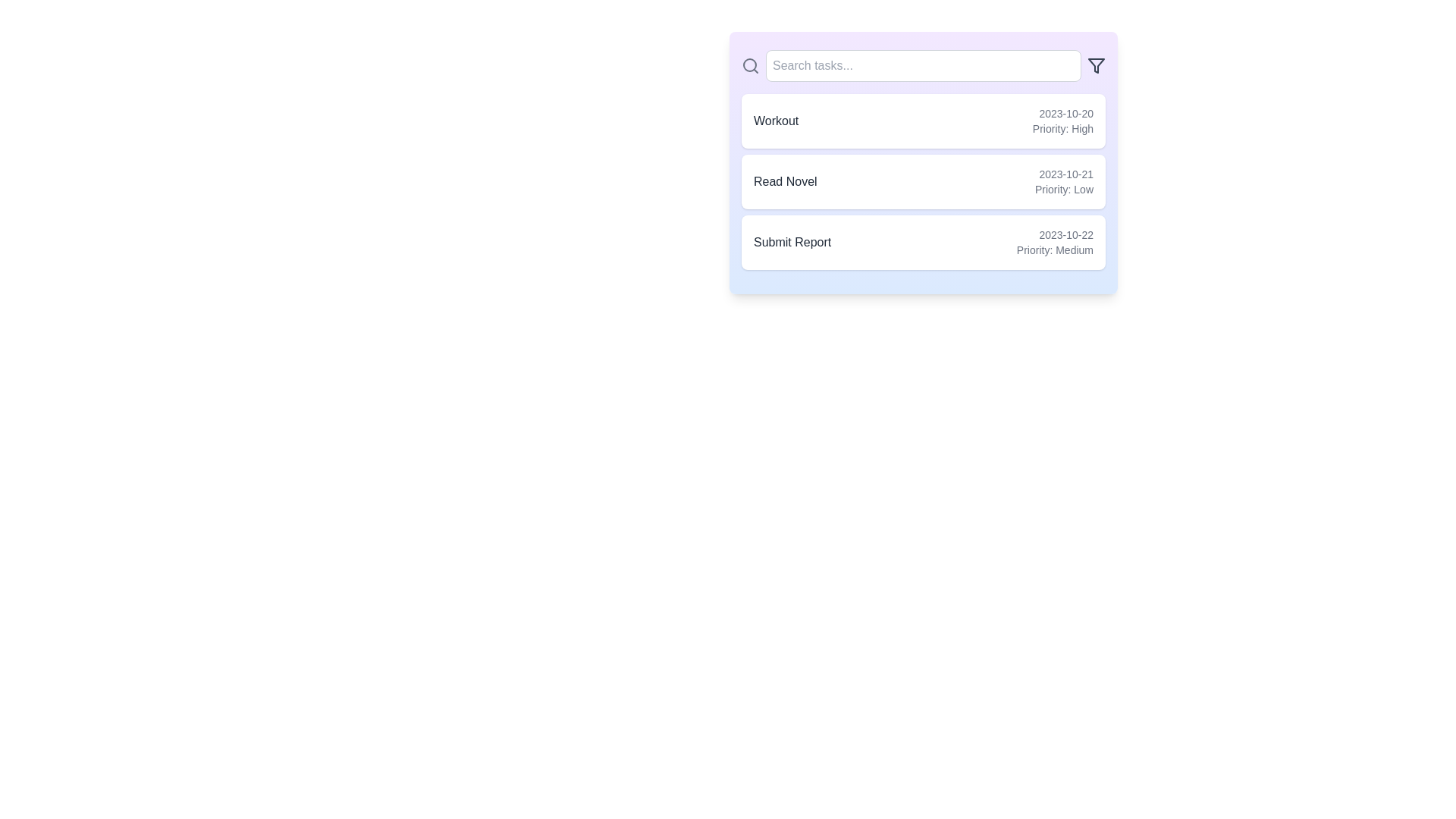 Image resolution: width=1456 pixels, height=819 pixels. Describe the element at coordinates (923, 242) in the screenshot. I see `the task item Submit Report to observe its hover effects` at that location.